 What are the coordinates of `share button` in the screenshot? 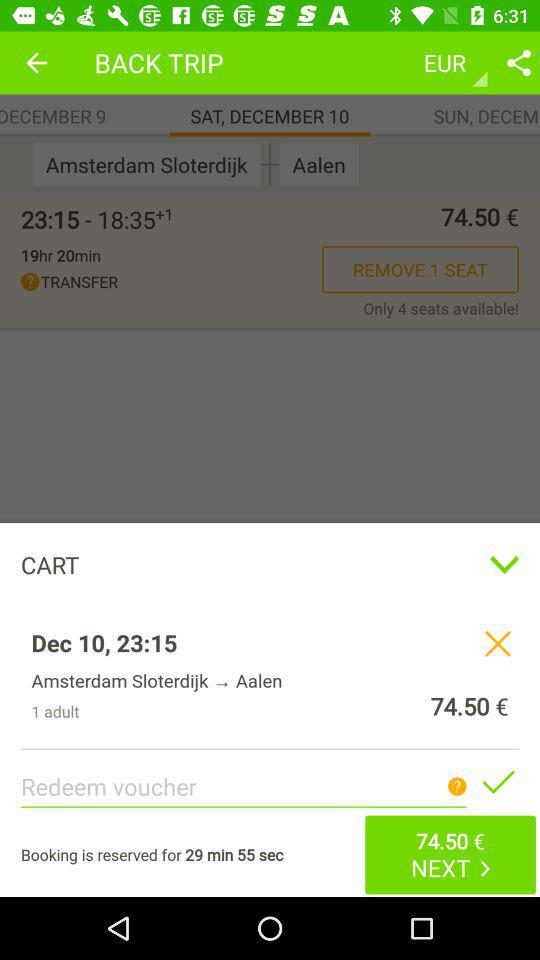 It's located at (518, 62).